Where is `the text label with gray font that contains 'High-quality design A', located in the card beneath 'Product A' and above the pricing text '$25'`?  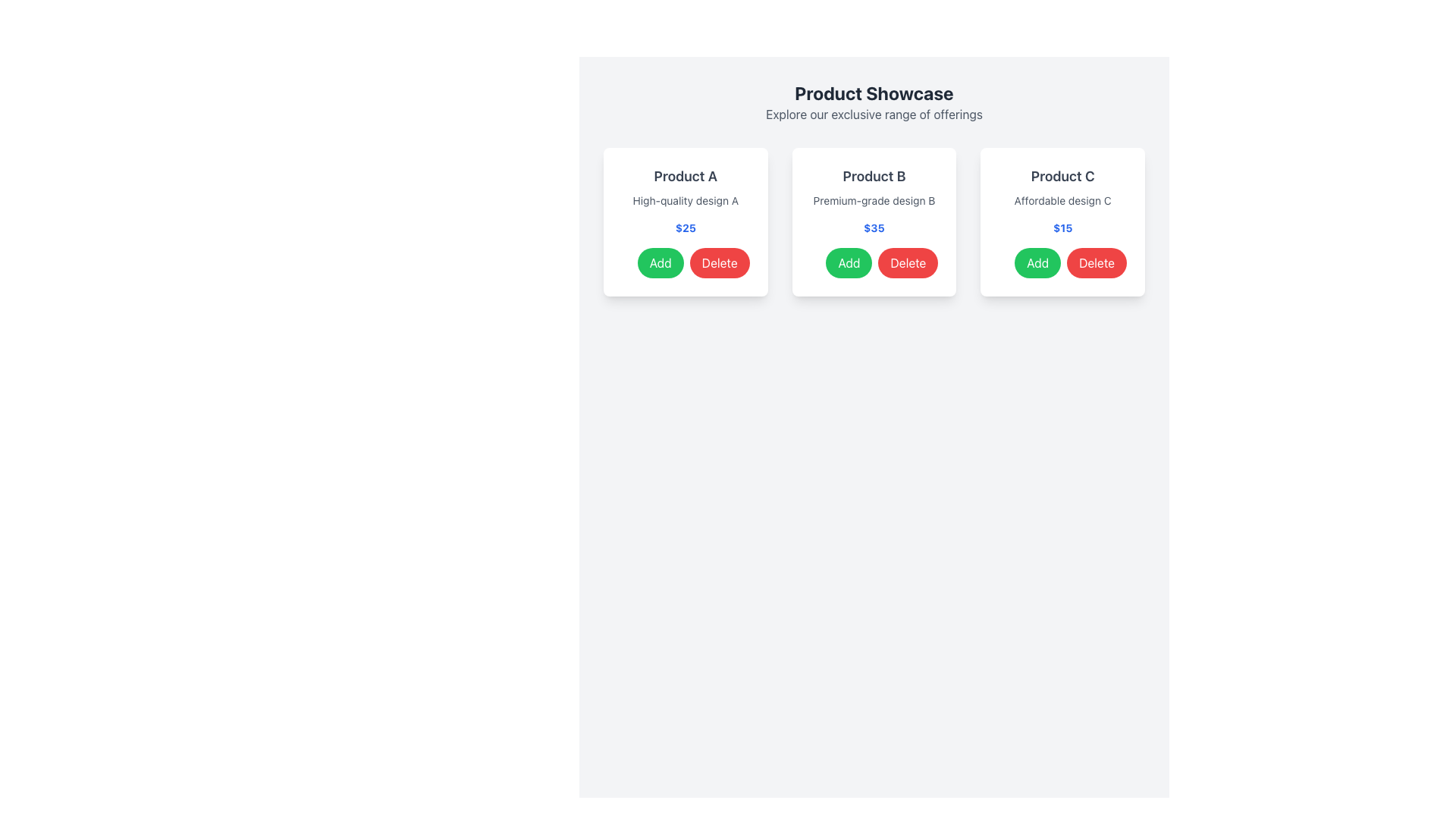 the text label with gray font that contains 'High-quality design A', located in the card beneath 'Product A' and above the pricing text '$25' is located at coordinates (685, 200).